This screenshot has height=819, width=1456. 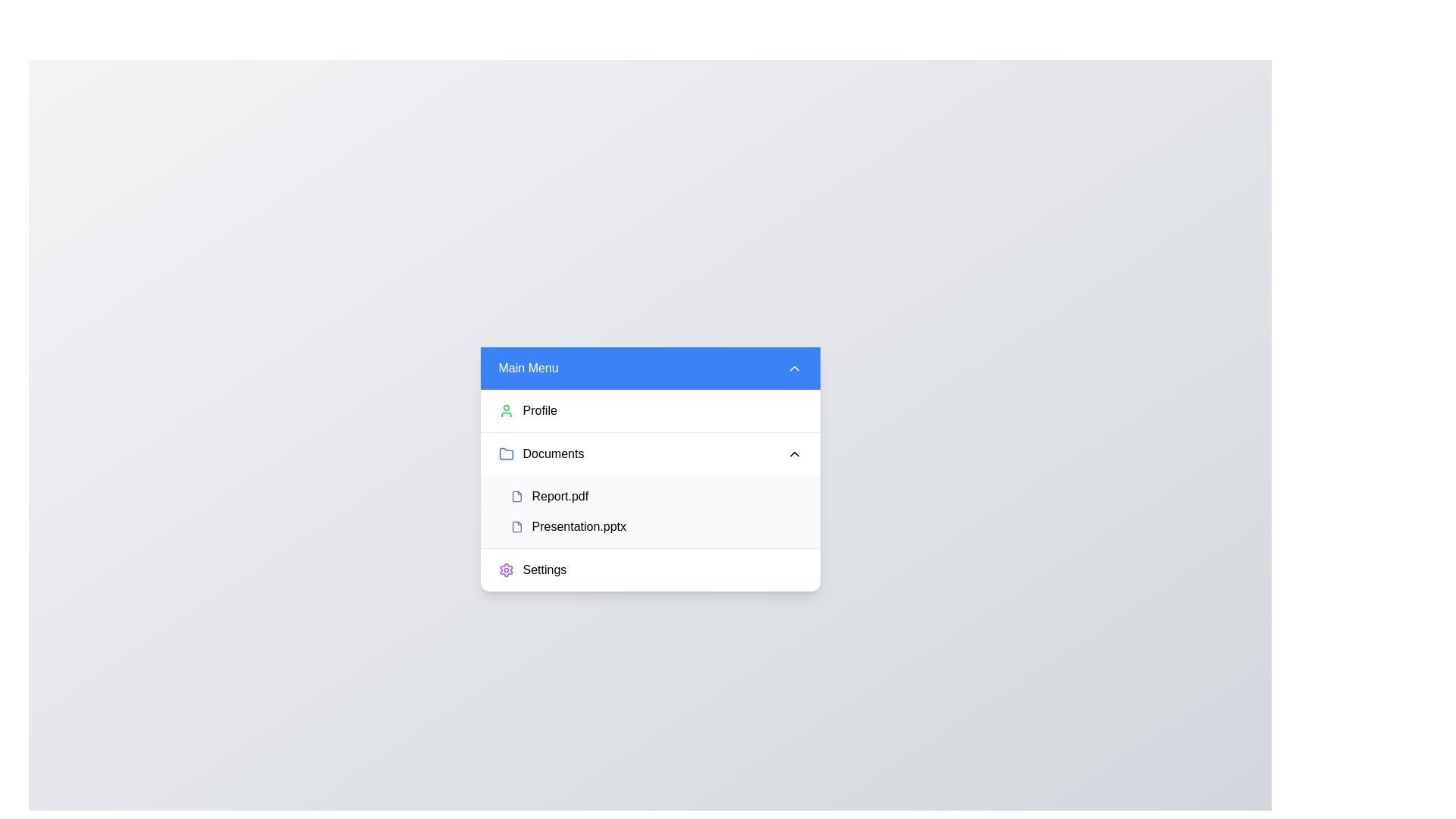 I want to click on the 'Documents' icon located to the left of the 'Documents' text in the dropdown menu titled 'Main Menu', so click(x=506, y=453).